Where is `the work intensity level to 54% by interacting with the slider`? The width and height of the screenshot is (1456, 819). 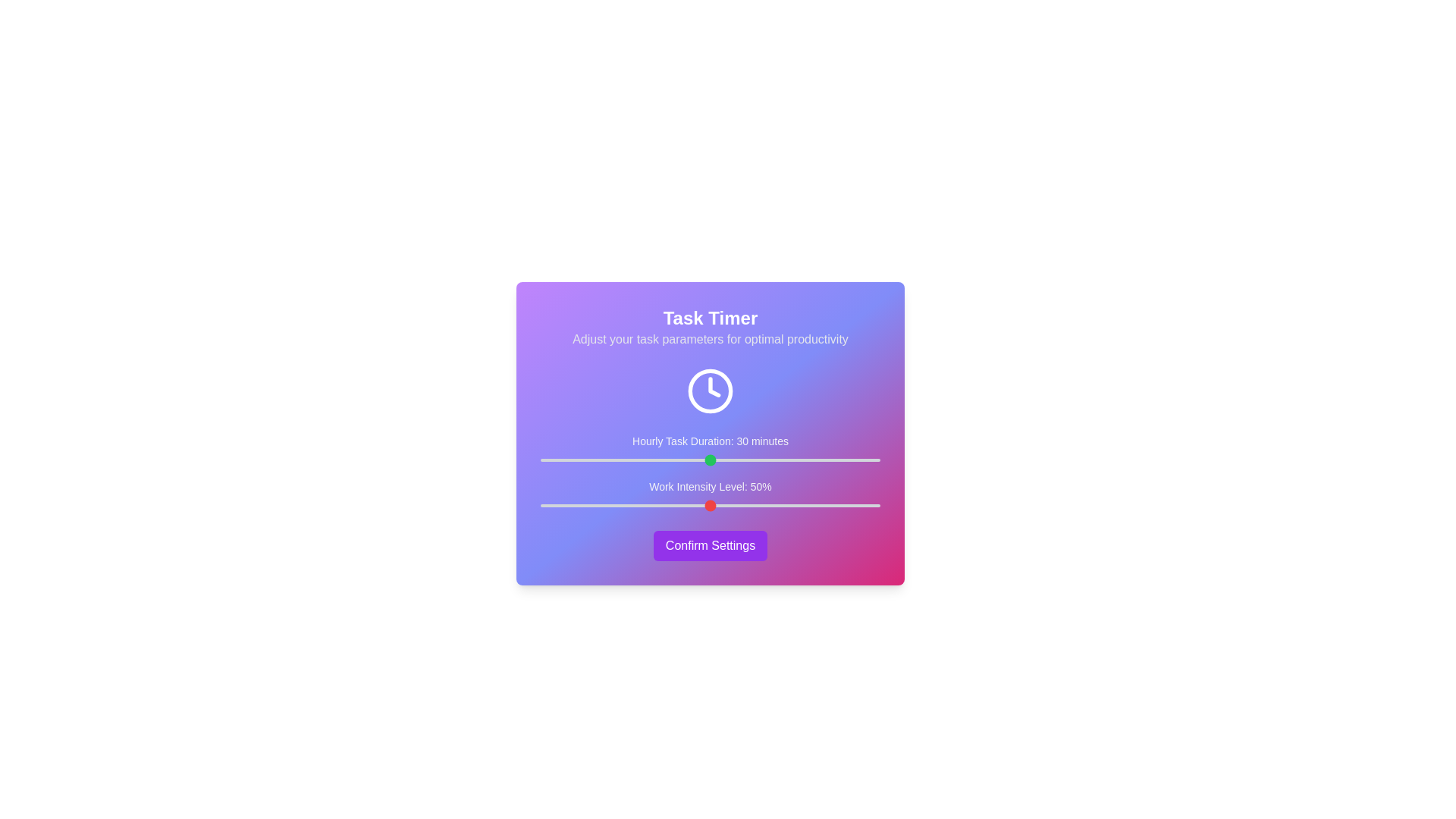
the work intensity level to 54% by interacting with the slider is located at coordinates (723, 506).